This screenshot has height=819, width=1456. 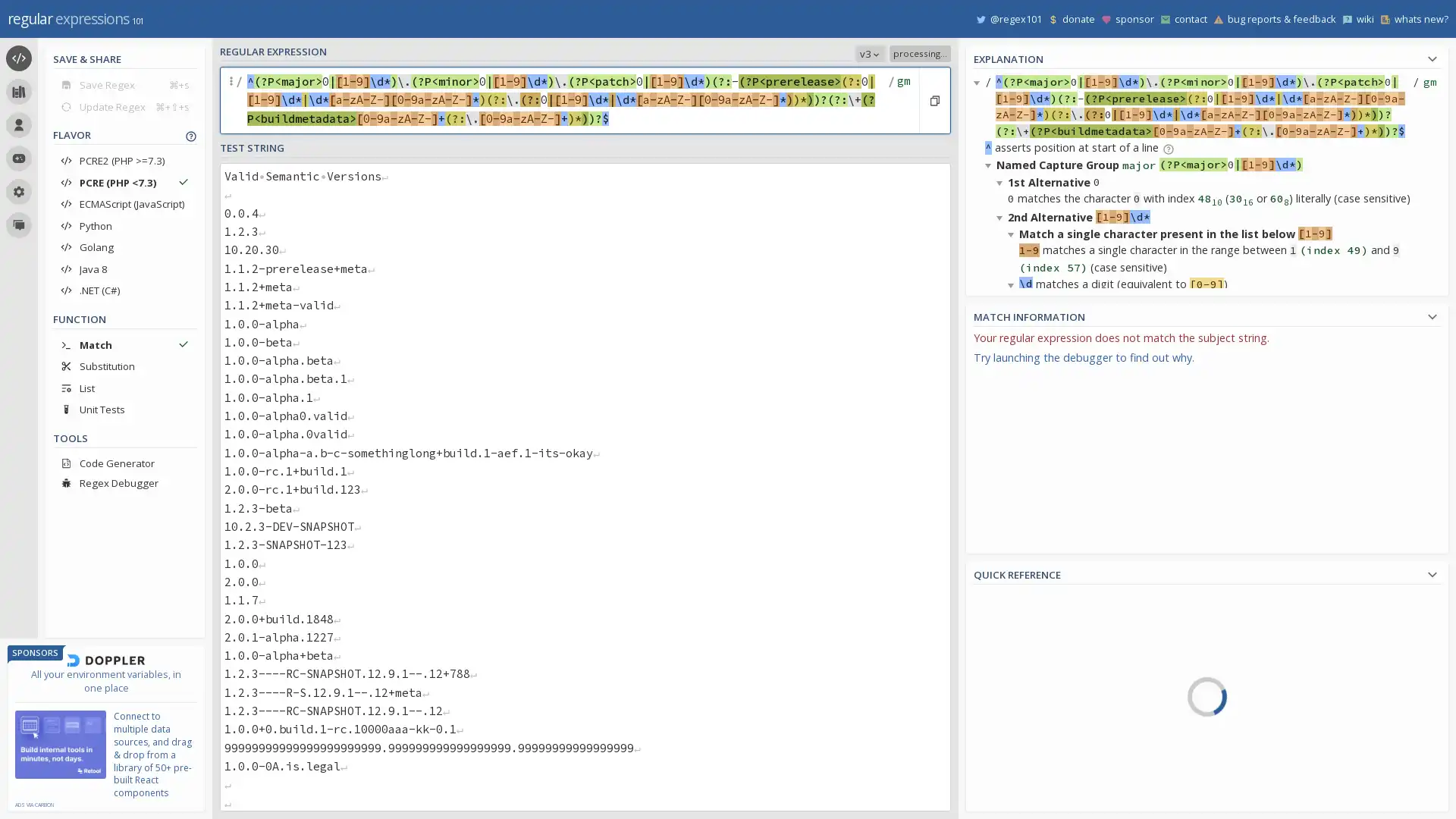 I want to click on A character not in the range: a-z [^a-z], so click(x=1282, y=664).